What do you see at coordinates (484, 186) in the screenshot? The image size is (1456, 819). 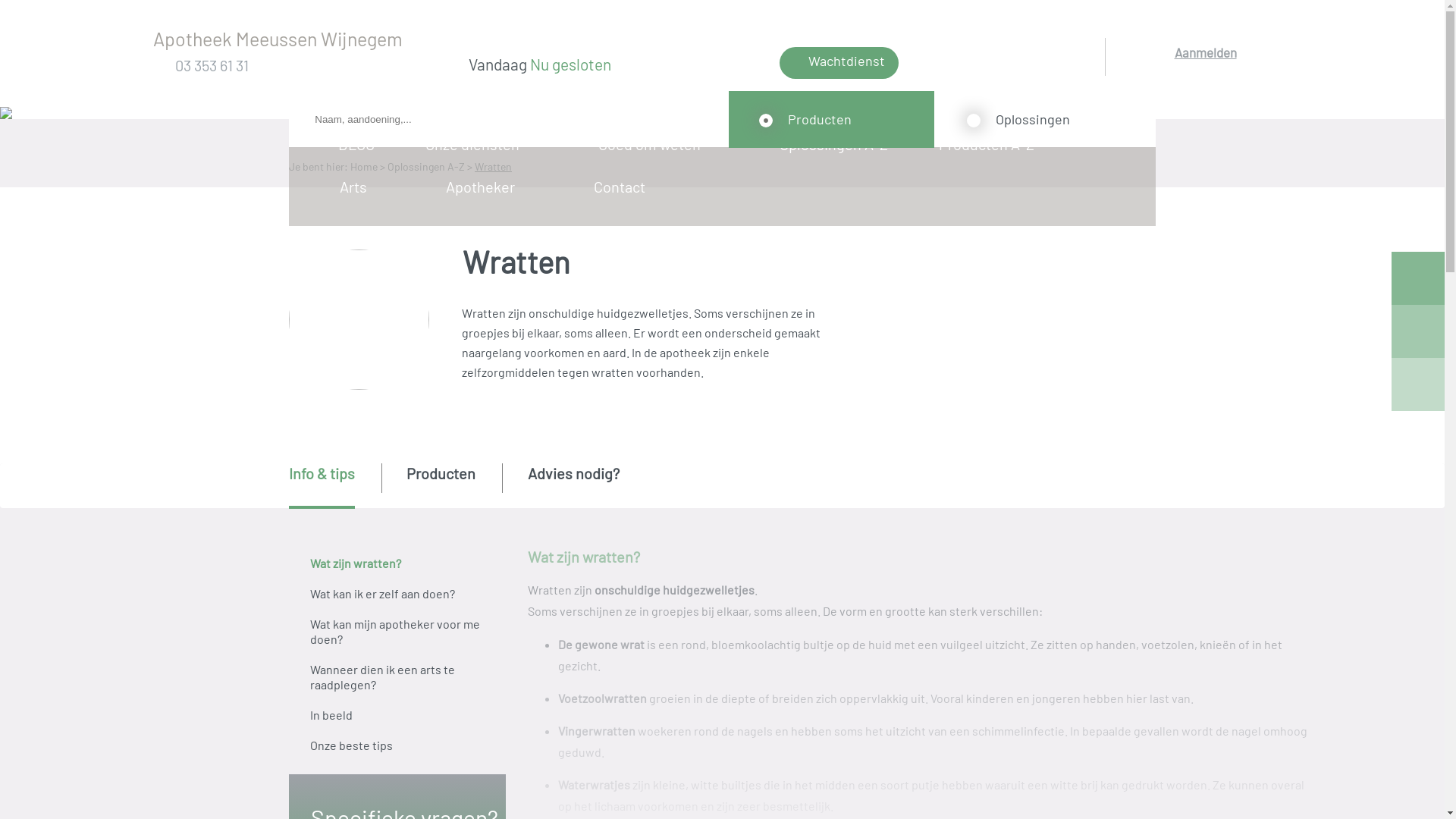 I see `'Apotheker'` at bounding box center [484, 186].